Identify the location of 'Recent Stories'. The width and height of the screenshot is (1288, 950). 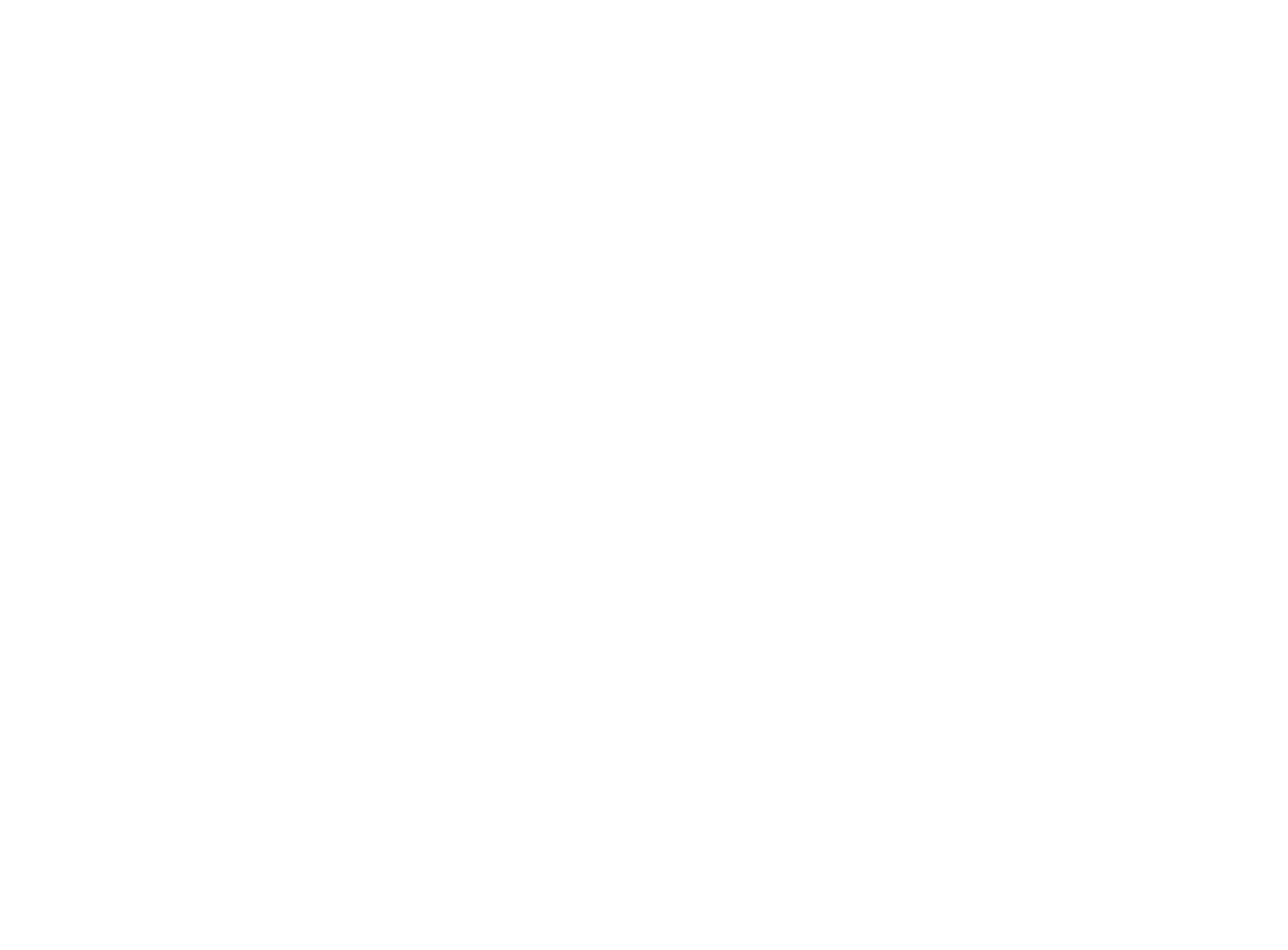
(120, 132).